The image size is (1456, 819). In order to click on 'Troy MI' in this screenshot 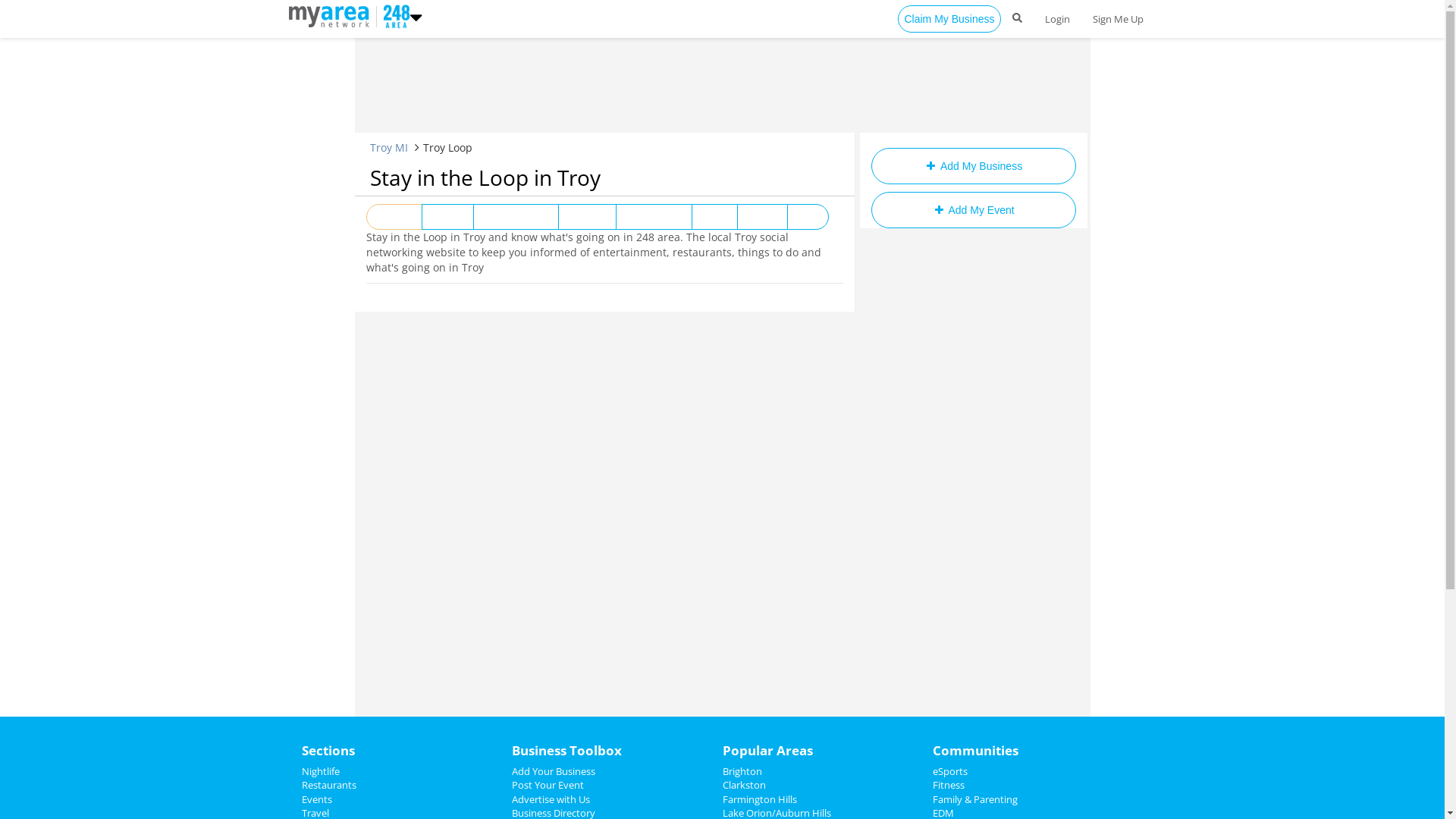, I will do `click(370, 147)`.